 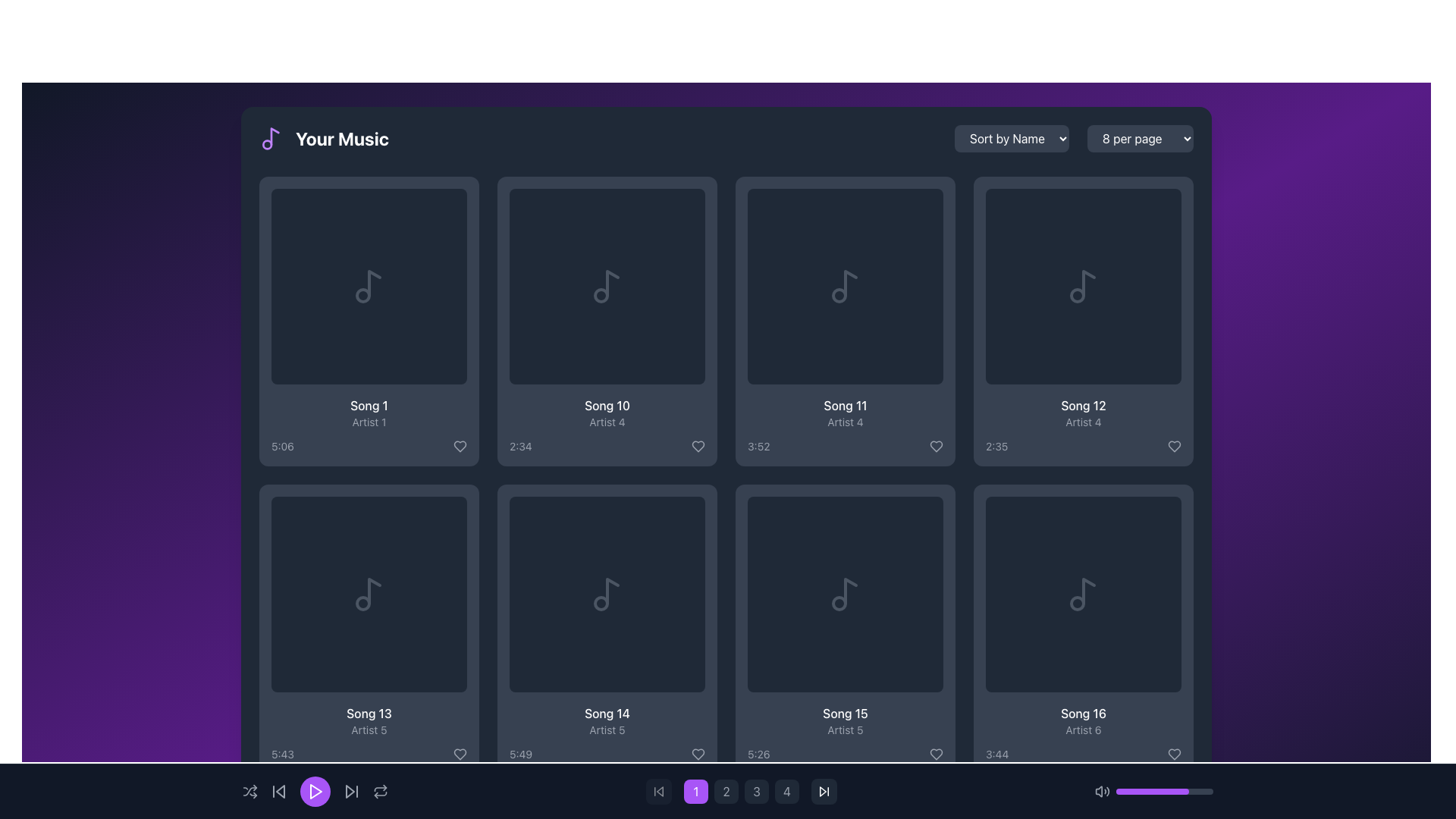 What do you see at coordinates (844, 321) in the screenshot?
I see `the song card in the first row and third column of the grid layout` at bounding box center [844, 321].